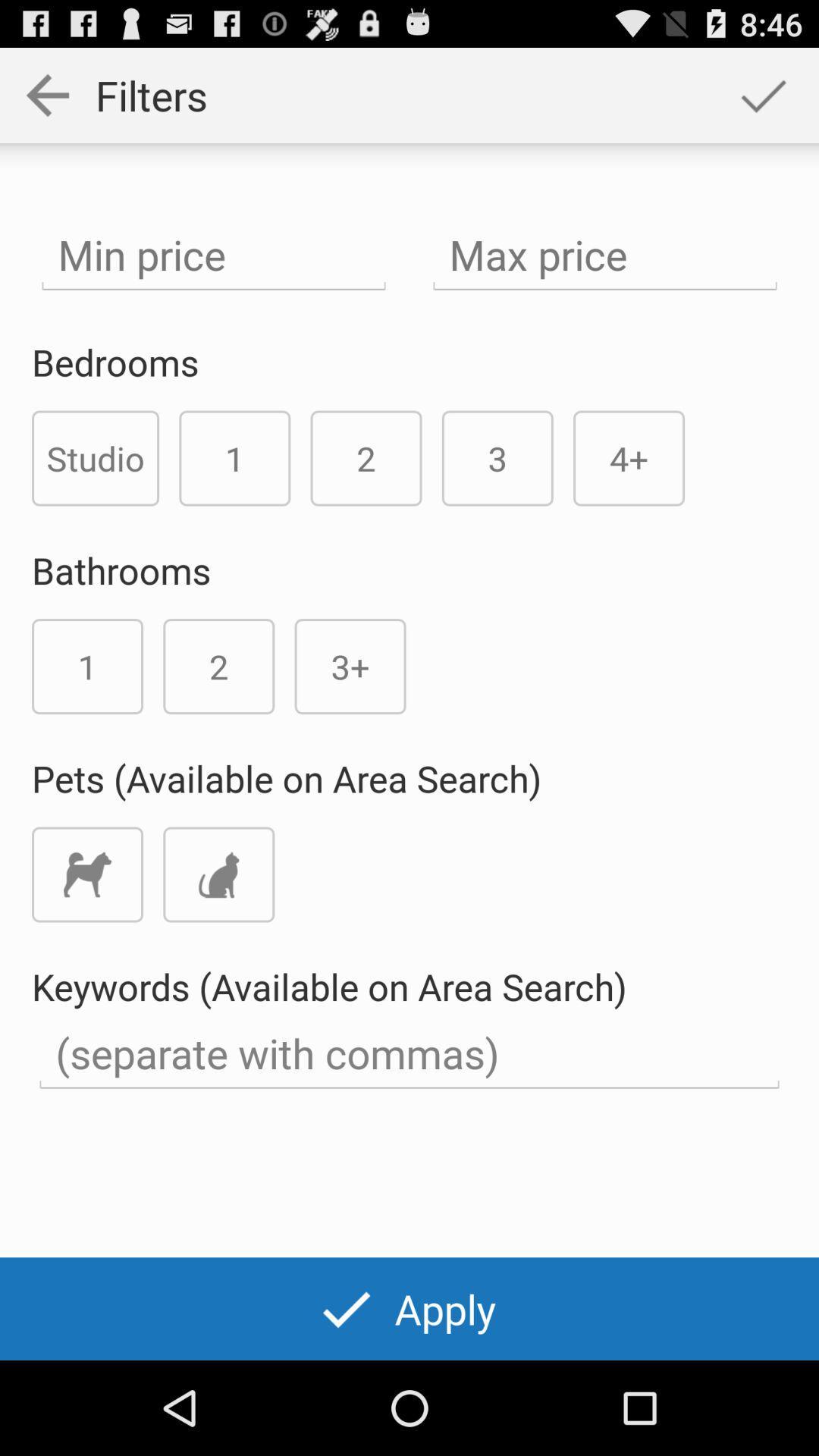  I want to click on the 4+ icon, so click(629, 457).